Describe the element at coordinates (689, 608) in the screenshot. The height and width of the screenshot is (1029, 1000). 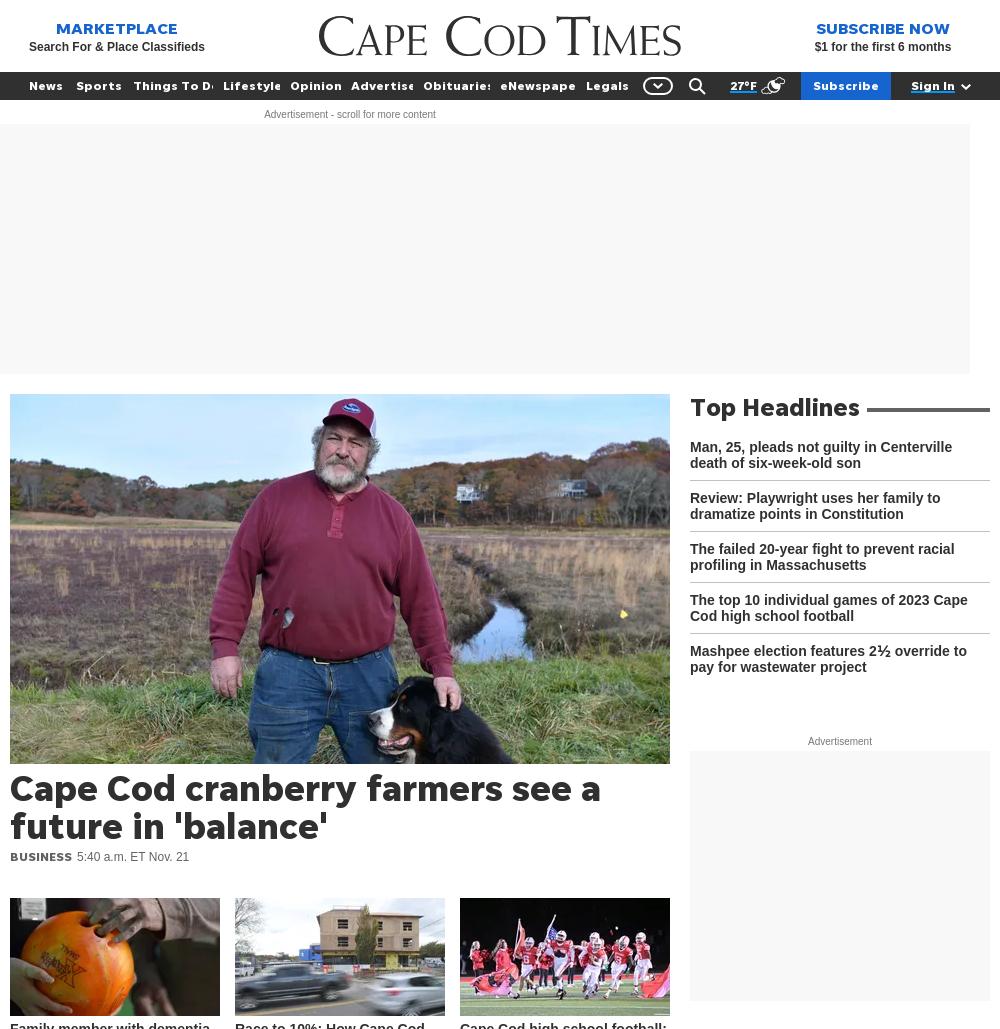
I see `'The top 10 individual games of 2023 Cape Cod high school football'` at that location.